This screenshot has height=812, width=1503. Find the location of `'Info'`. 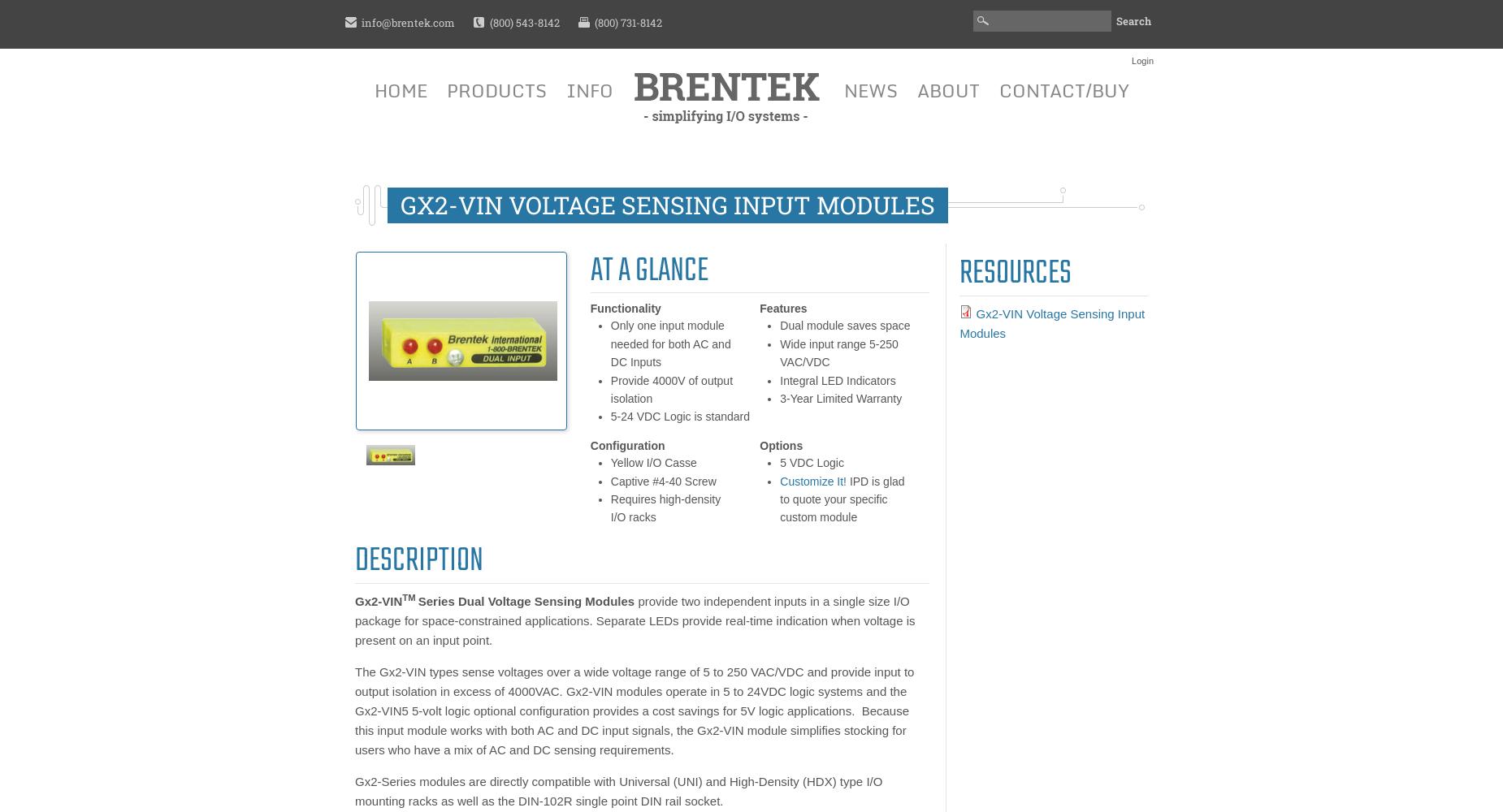

'Info' is located at coordinates (589, 89).